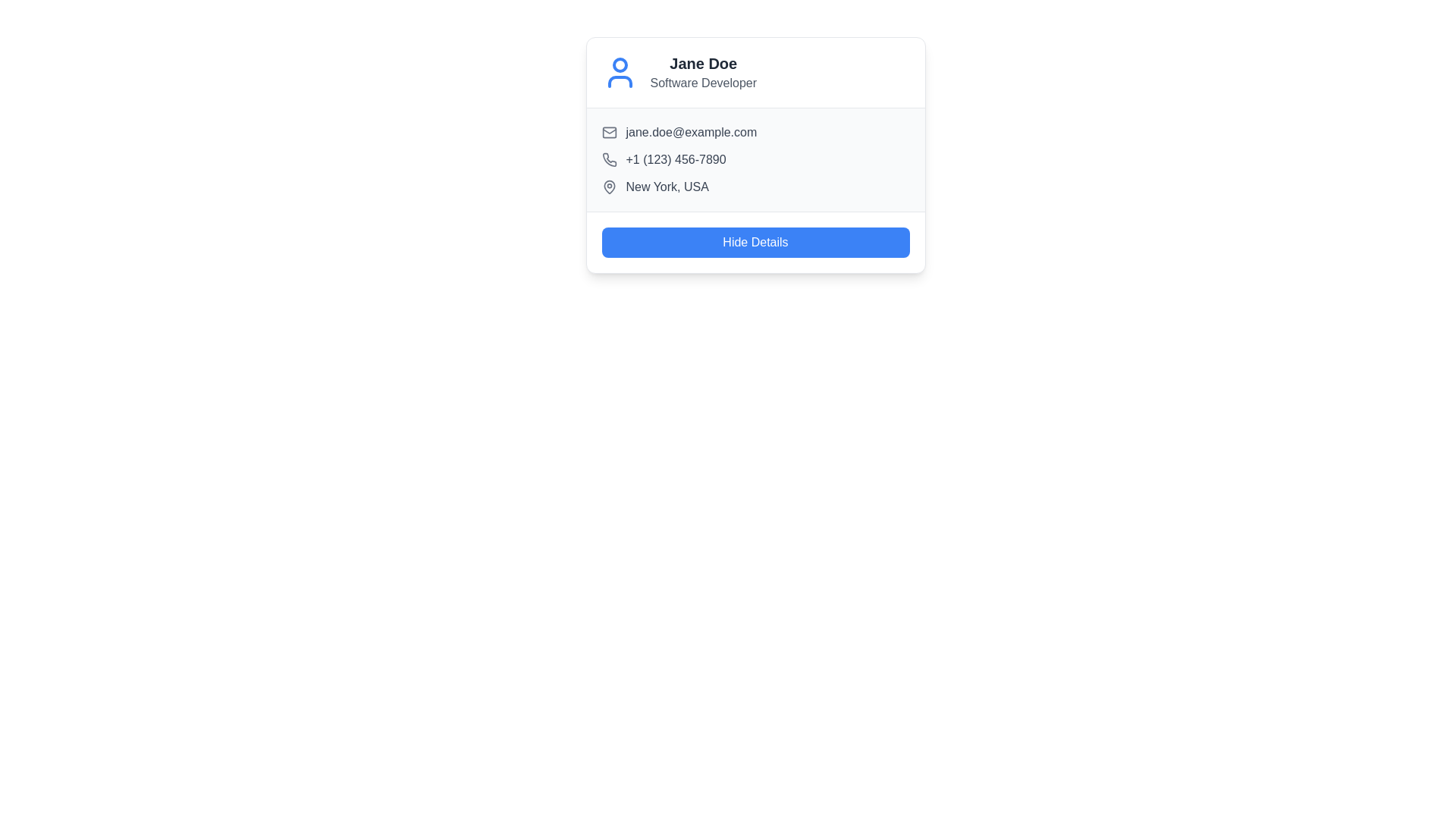  I want to click on the SVG rectangle shape that represents the top part of the envelope icon in the contact information section, located left of the email text 'jane.doe@example.com', so click(609, 131).